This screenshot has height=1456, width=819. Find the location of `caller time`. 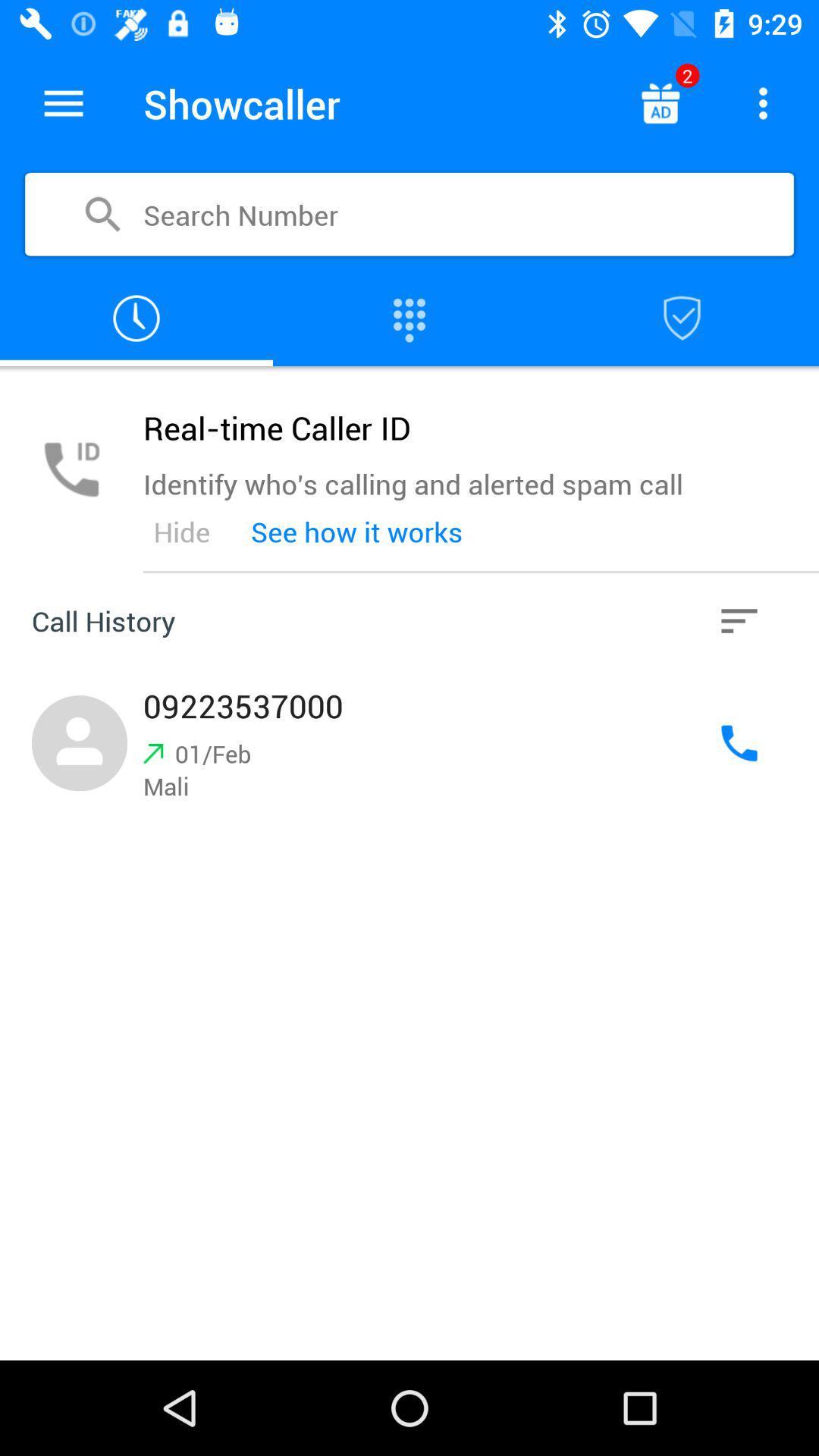

caller time is located at coordinates (136, 318).